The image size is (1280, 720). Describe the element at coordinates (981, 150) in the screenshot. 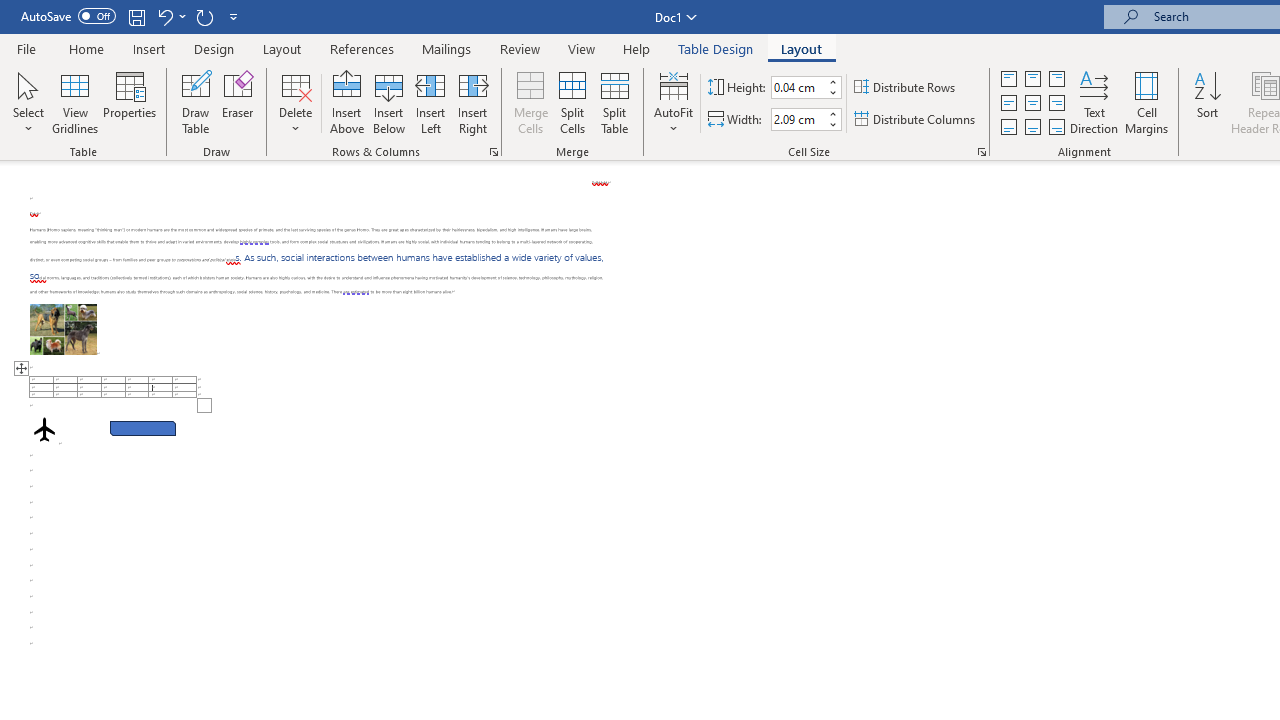

I see `'Properties...'` at that location.